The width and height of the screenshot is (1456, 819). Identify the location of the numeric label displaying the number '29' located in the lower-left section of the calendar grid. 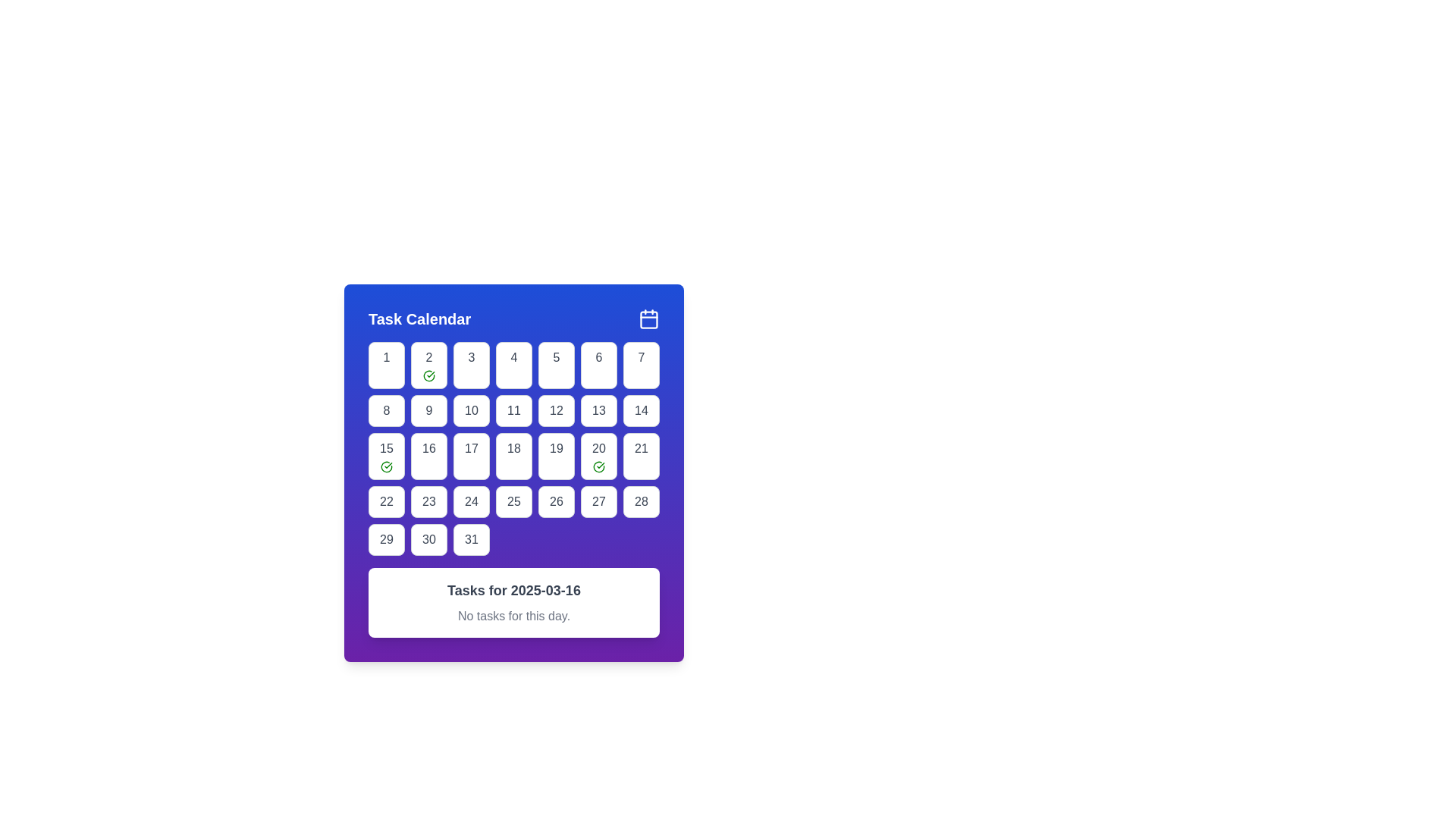
(386, 539).